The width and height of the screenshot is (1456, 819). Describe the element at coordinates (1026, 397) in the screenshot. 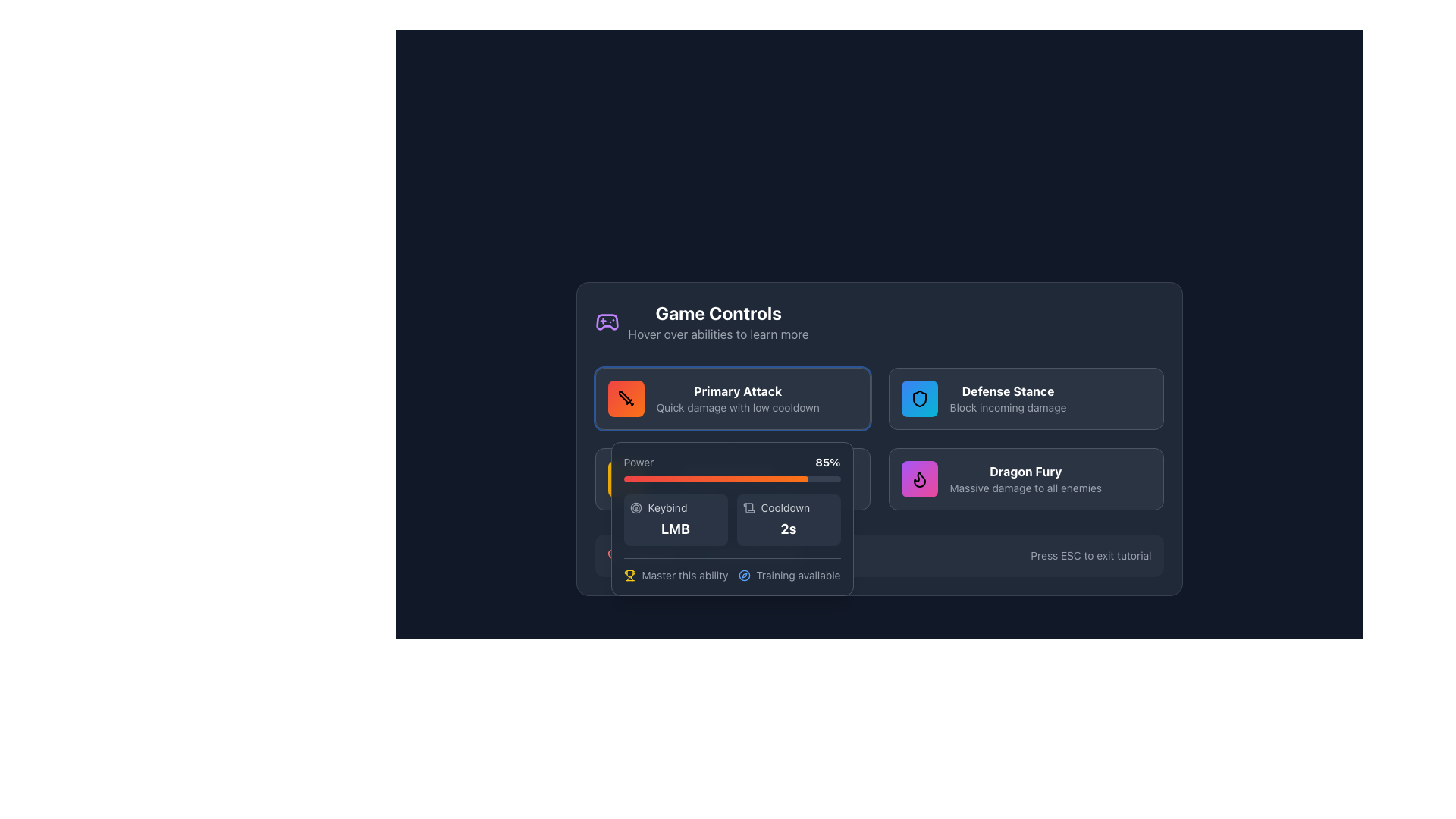

I see `the 'Defense Stance' button, which features a shield icon and has the title 'Defense Stance' in bold white text` at that location.